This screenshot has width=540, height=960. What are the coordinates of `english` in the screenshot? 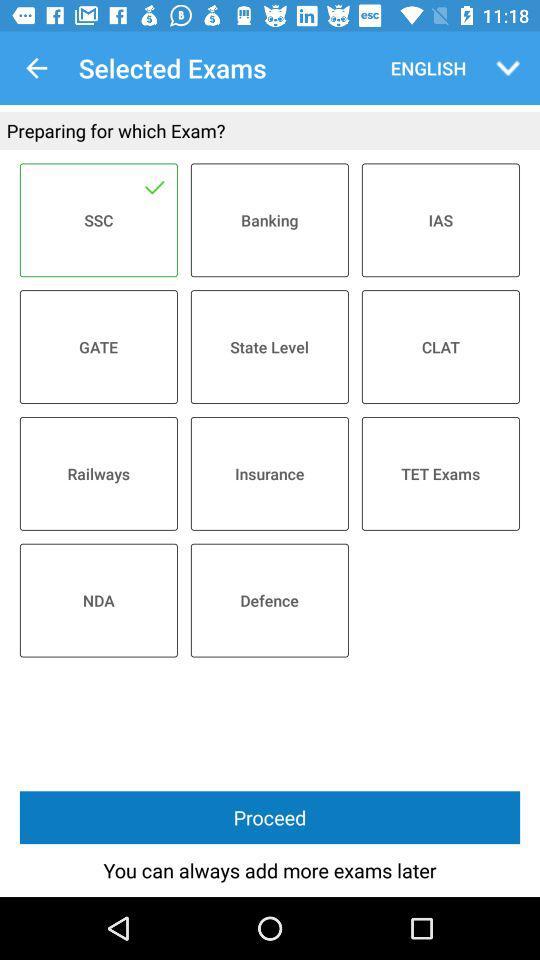 It's located at (423, 68).